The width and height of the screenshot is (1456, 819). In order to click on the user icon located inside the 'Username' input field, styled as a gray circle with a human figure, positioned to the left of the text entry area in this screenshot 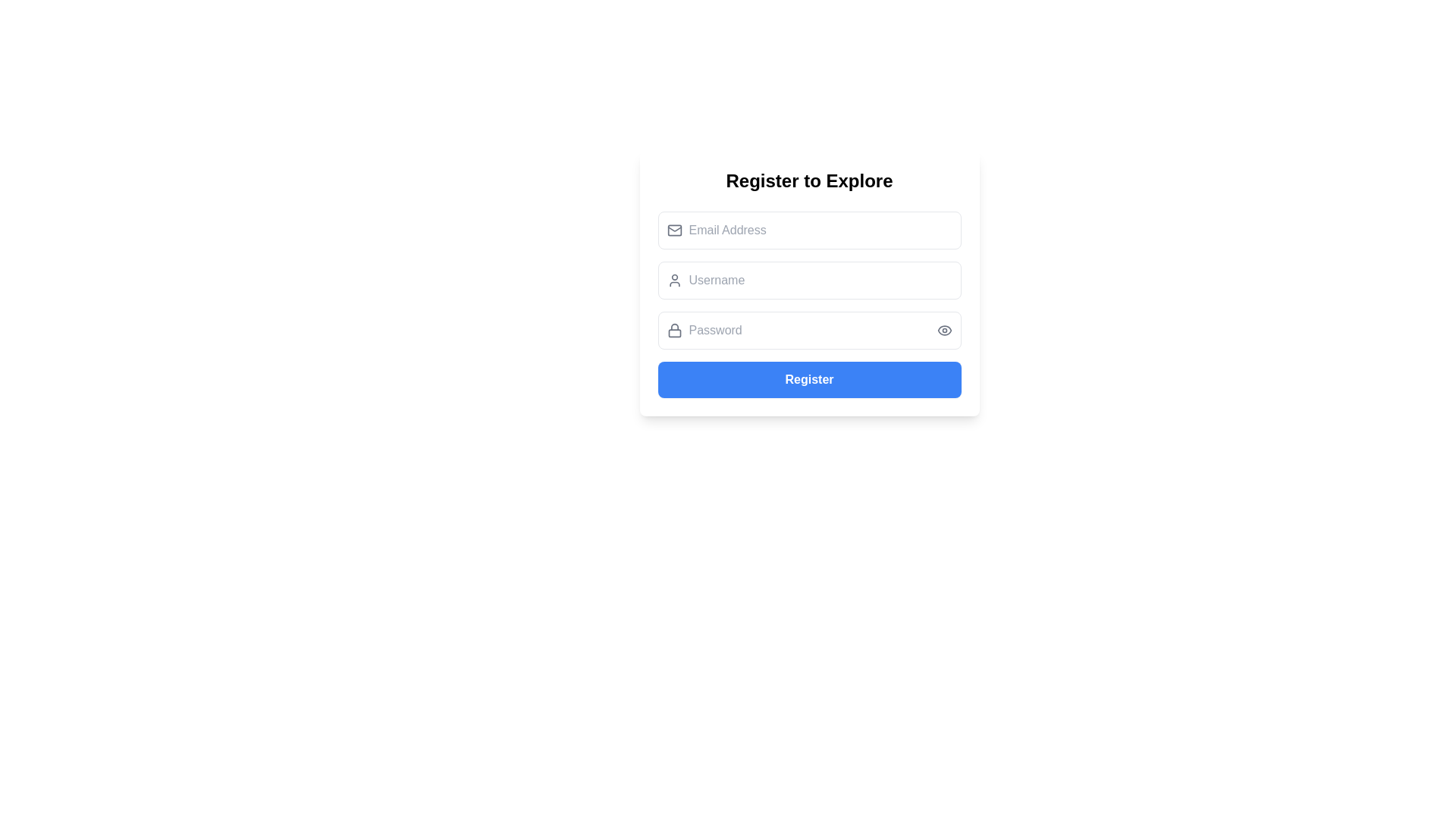, I will do `click(673, 281)`.